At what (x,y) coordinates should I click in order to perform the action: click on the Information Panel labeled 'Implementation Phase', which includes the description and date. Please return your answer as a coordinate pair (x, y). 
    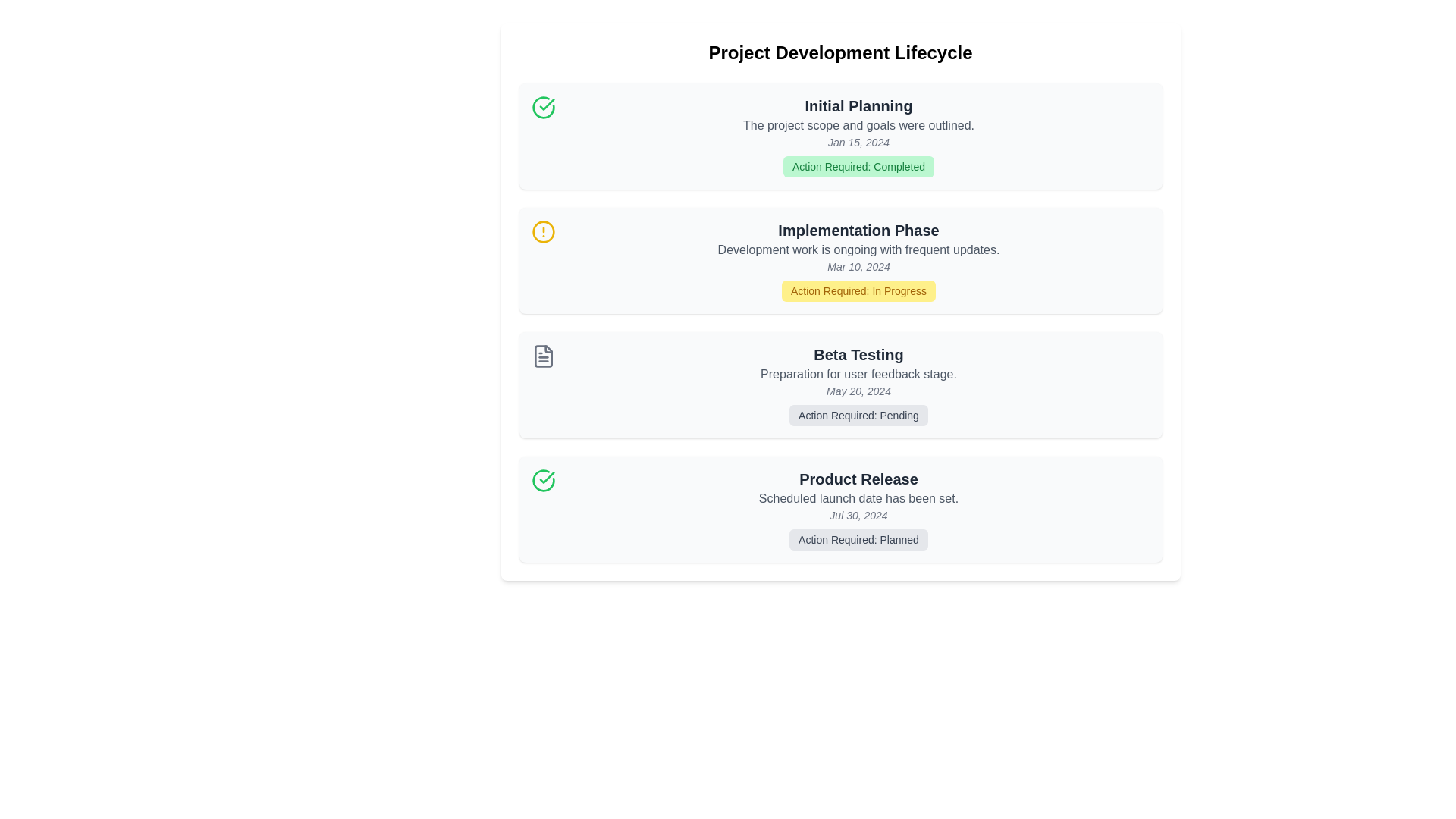
    Looking at the image, I should click on (858, 259).